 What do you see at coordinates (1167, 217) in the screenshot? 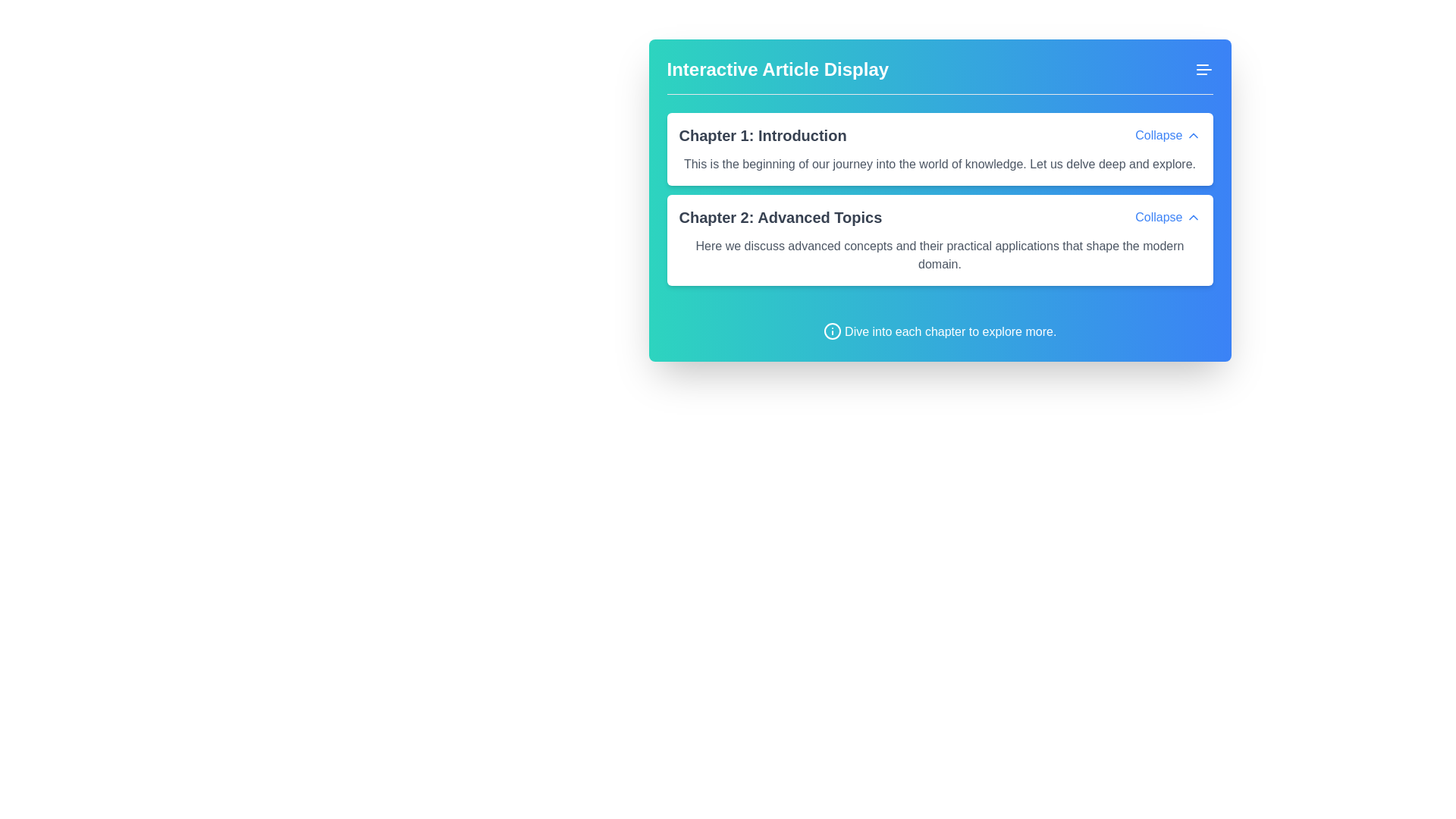
I see `the blue 'Collapse' button with an upward-facing arrow icon located at the right side of the 'Chapter 2: Advanced Topics' section header` at bounding box center [1167, 217].